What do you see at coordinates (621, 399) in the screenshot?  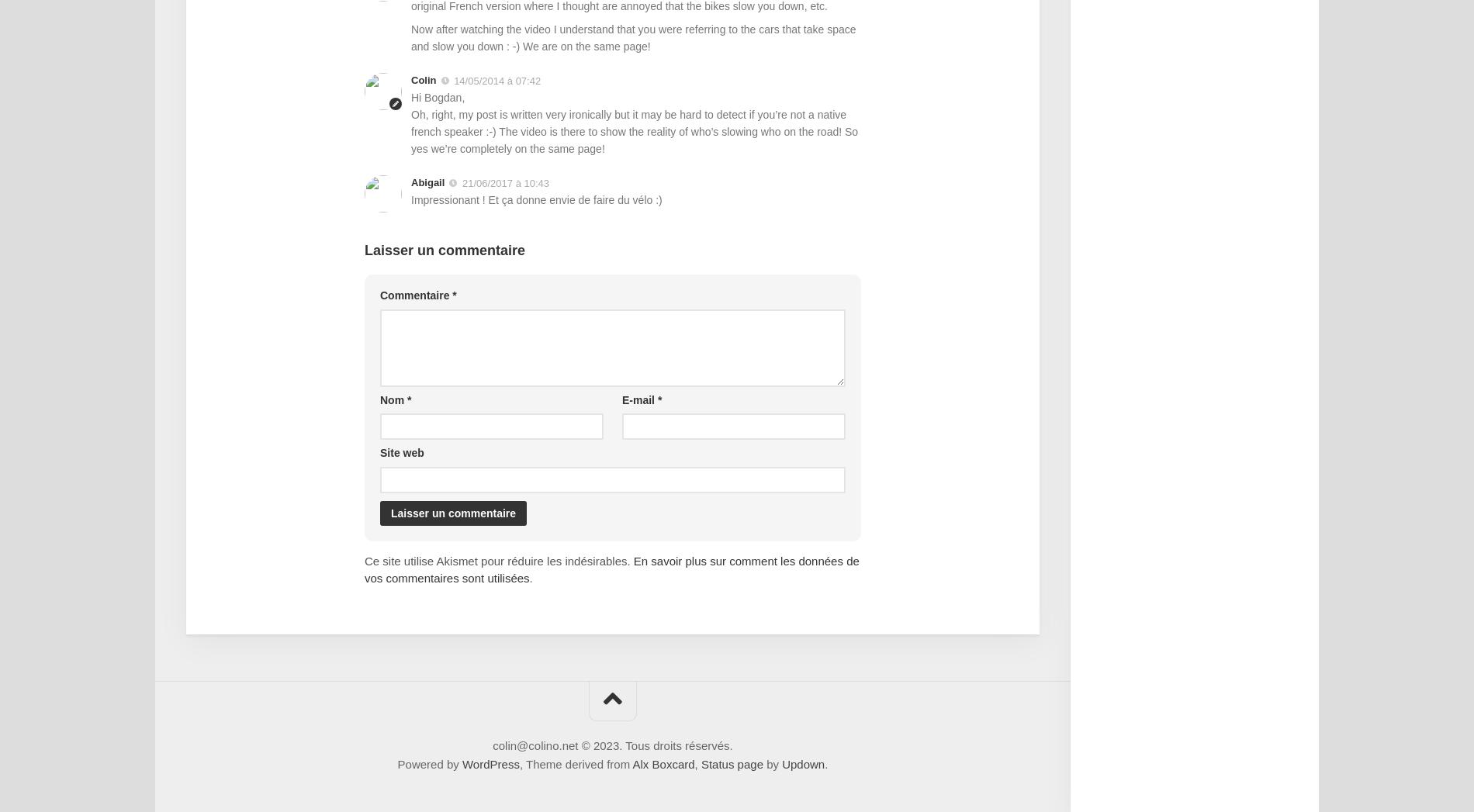 I see `'E-mail'` at bounding box center [621, 399].